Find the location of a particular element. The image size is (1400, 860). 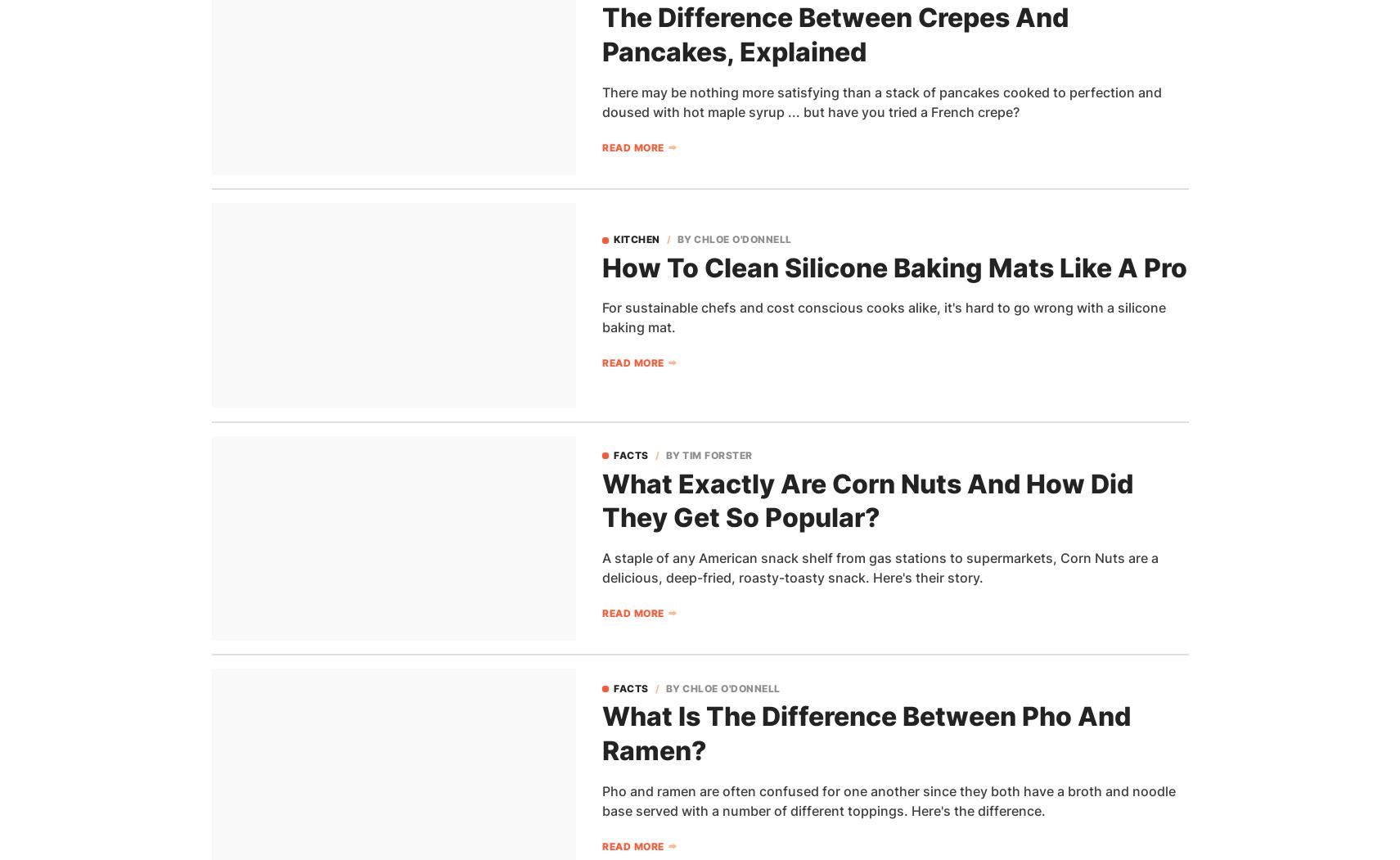

'Tim Forster' is located at coordinates (717, 454).